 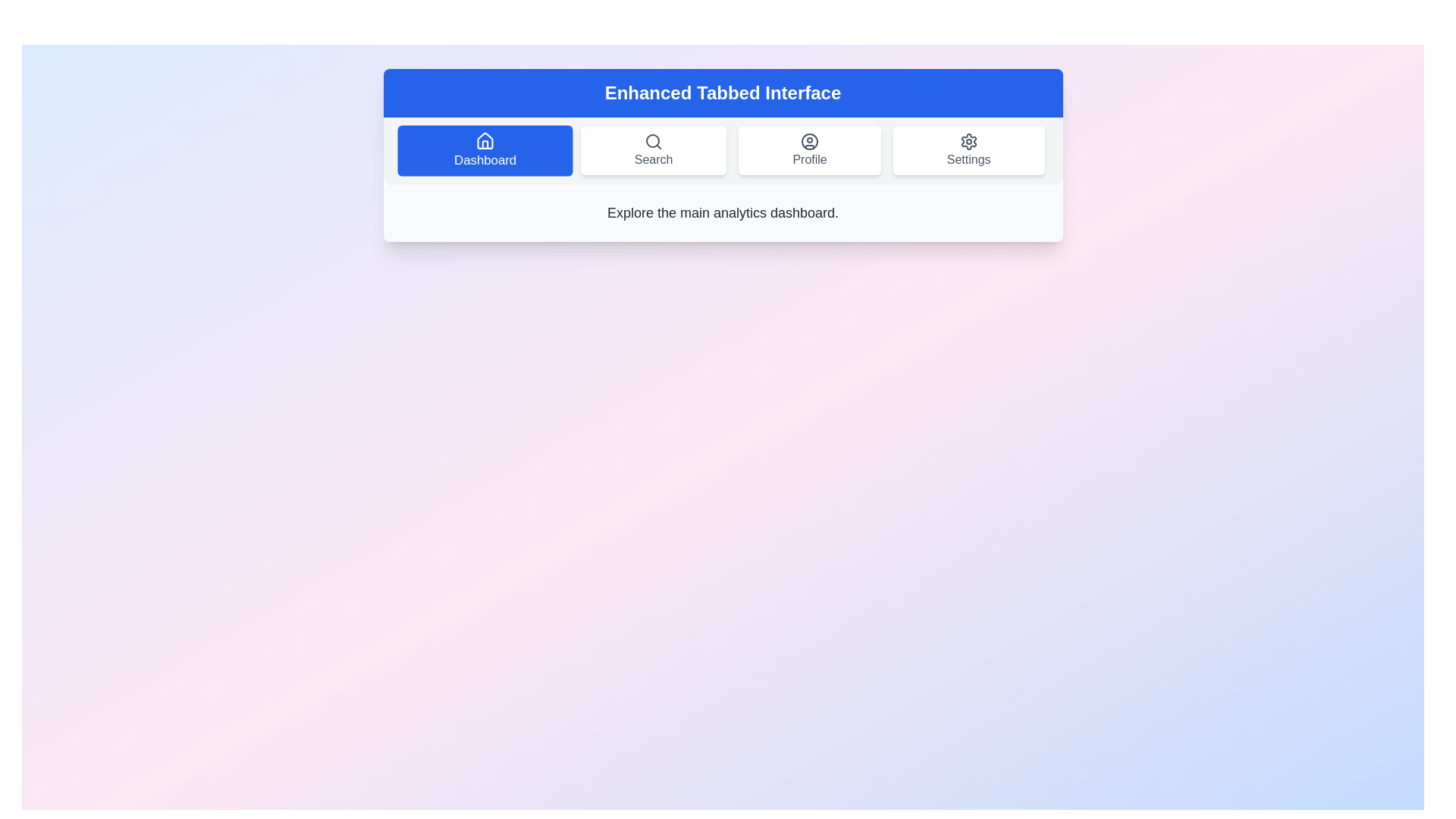 What do you see at coordinates (654, 160) in the screenshot?
I see `the 'Search' label text that is displayed below the magnifying glass icon in the navigation menu` at bounding box center [654, 160].